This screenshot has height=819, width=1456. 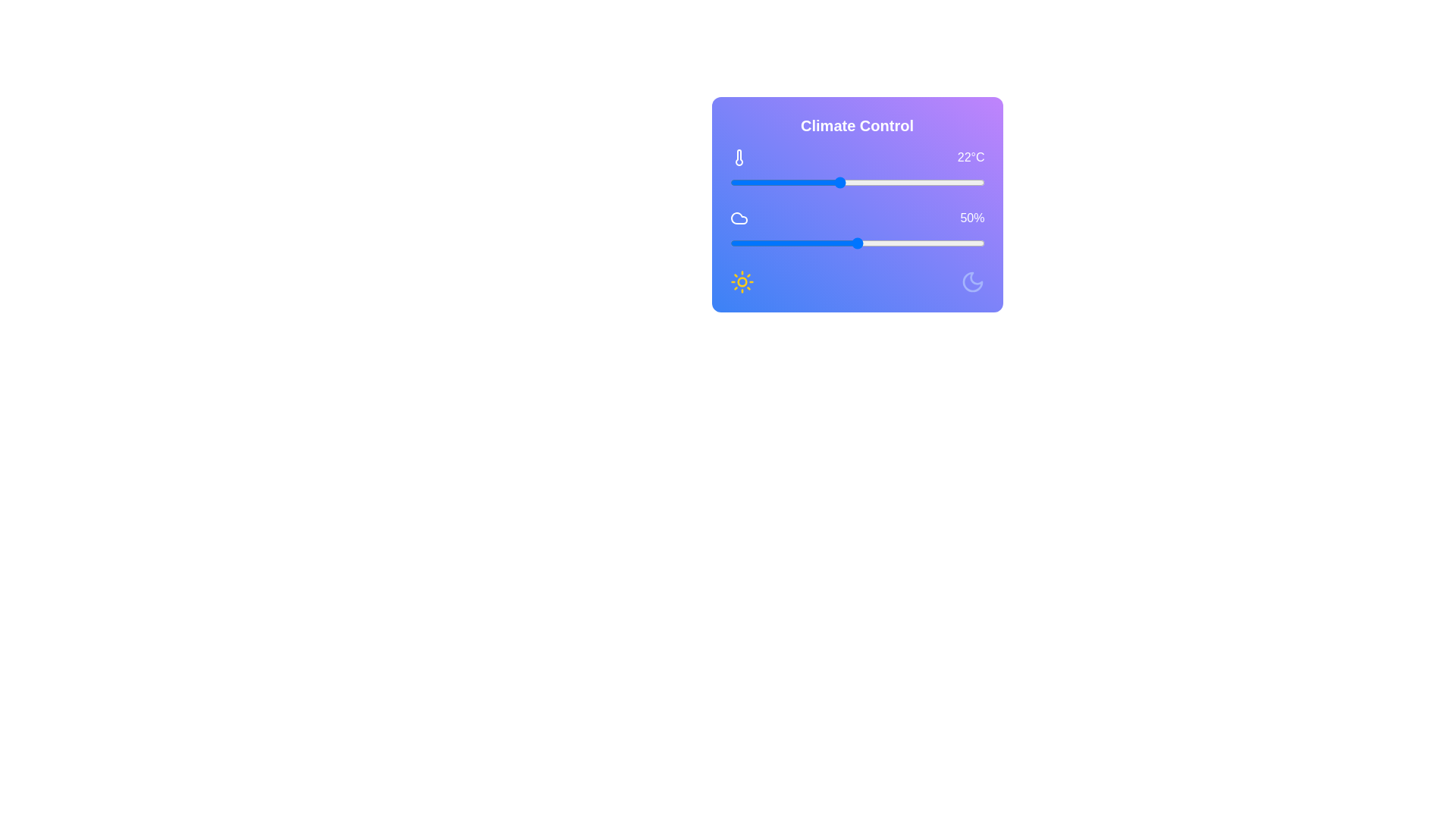 I want to click on the temperature indicator icon located at the top left of the climate control panel, near the label 'Climate Control', so click(x=739, y=158).